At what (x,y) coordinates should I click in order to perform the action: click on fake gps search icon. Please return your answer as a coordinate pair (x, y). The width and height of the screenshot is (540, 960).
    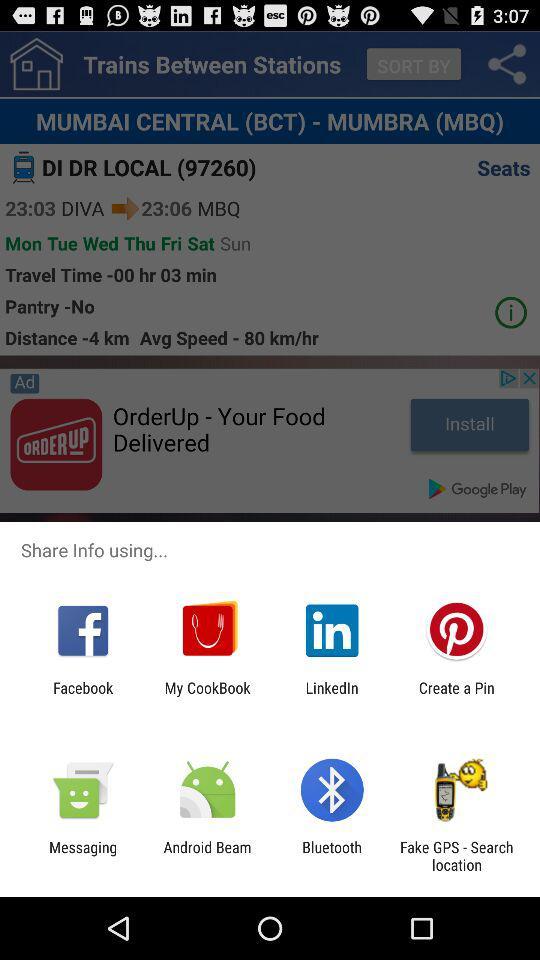
    Looking at the image, I should click on (456, 855).